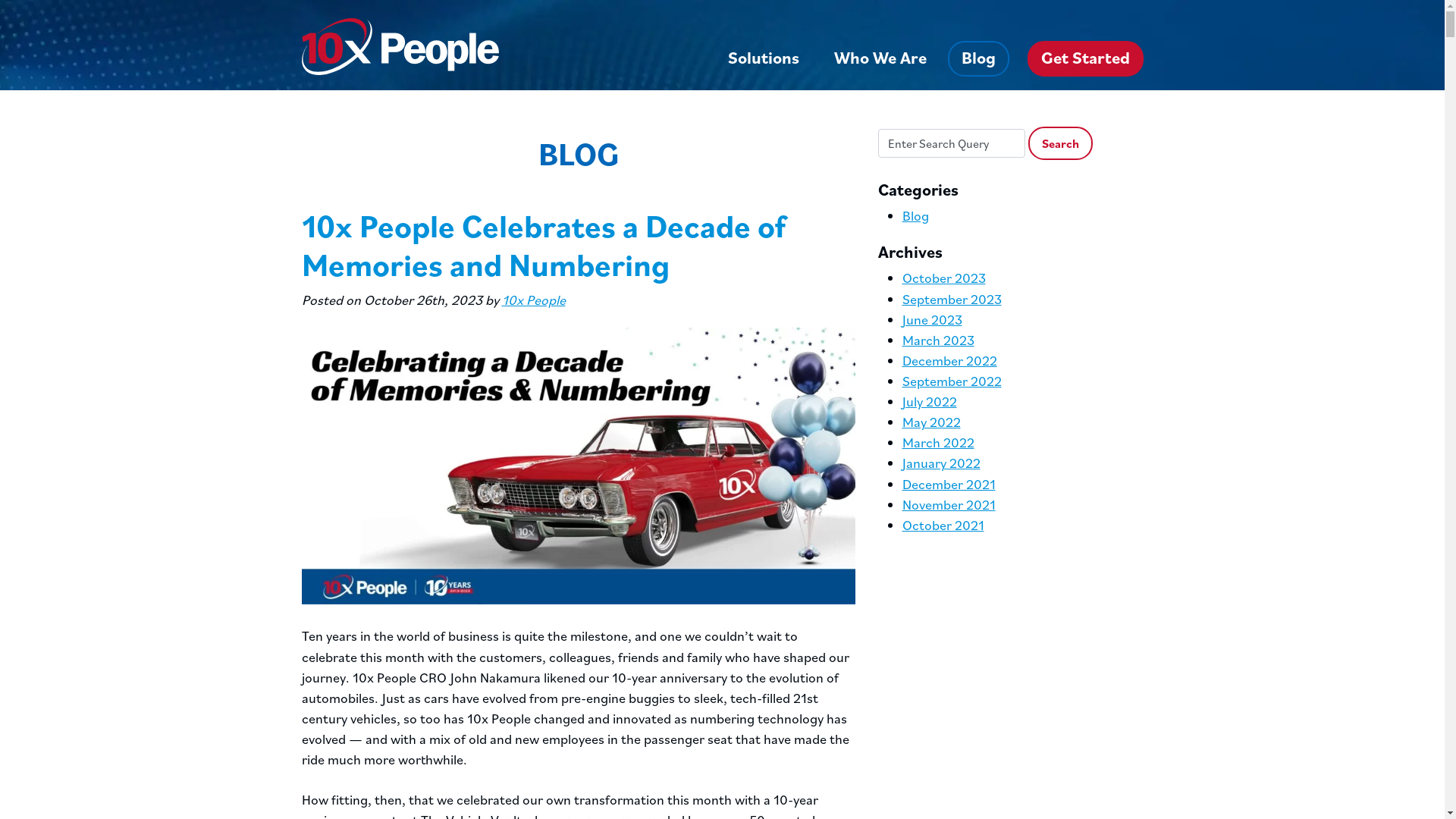  What do you see at coordinates (937, 442) in the screenshot?
I see `'March 2022'` at bounding box center [937, 442].